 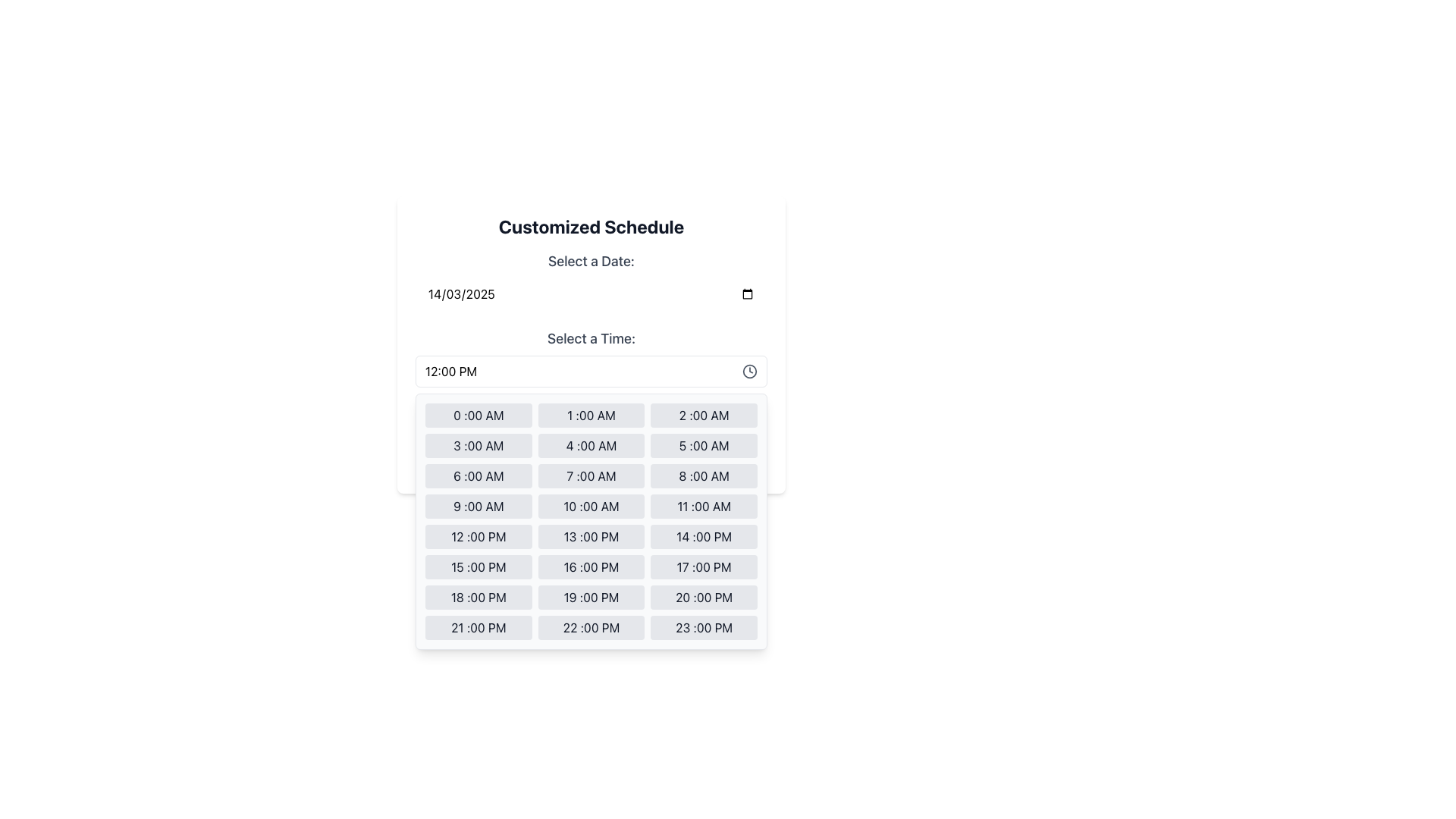 What do you see at coordinates (590, 345) in the screenshot?
I see `the dropdown menu in the dialog box for selecting date and time options, which is part of the 'Customized Schedule' dialog that appears above the confirmation button` at bounding box center [590, 345].